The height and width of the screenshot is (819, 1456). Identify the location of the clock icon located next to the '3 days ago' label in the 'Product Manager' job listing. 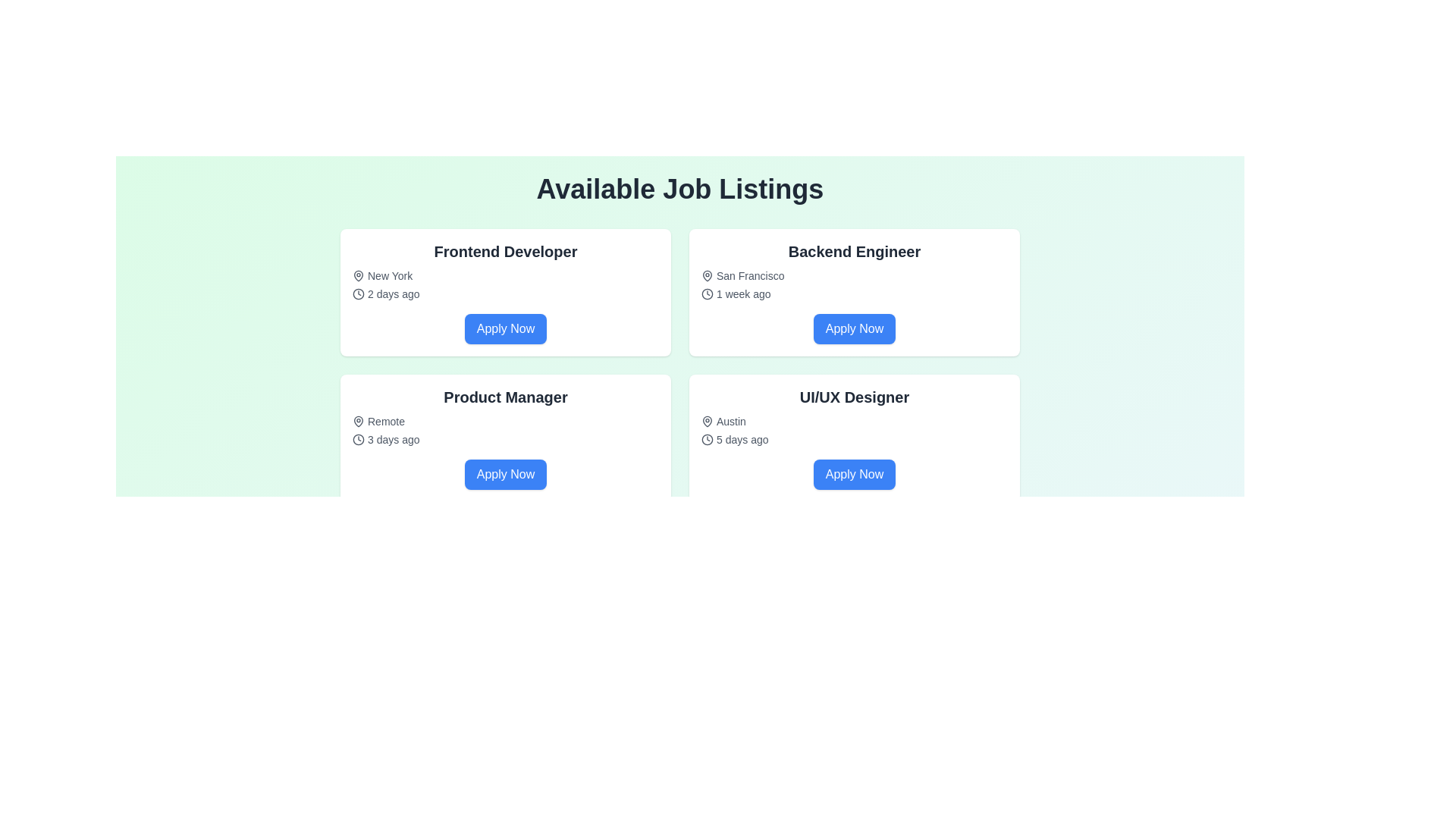
(358, 439).